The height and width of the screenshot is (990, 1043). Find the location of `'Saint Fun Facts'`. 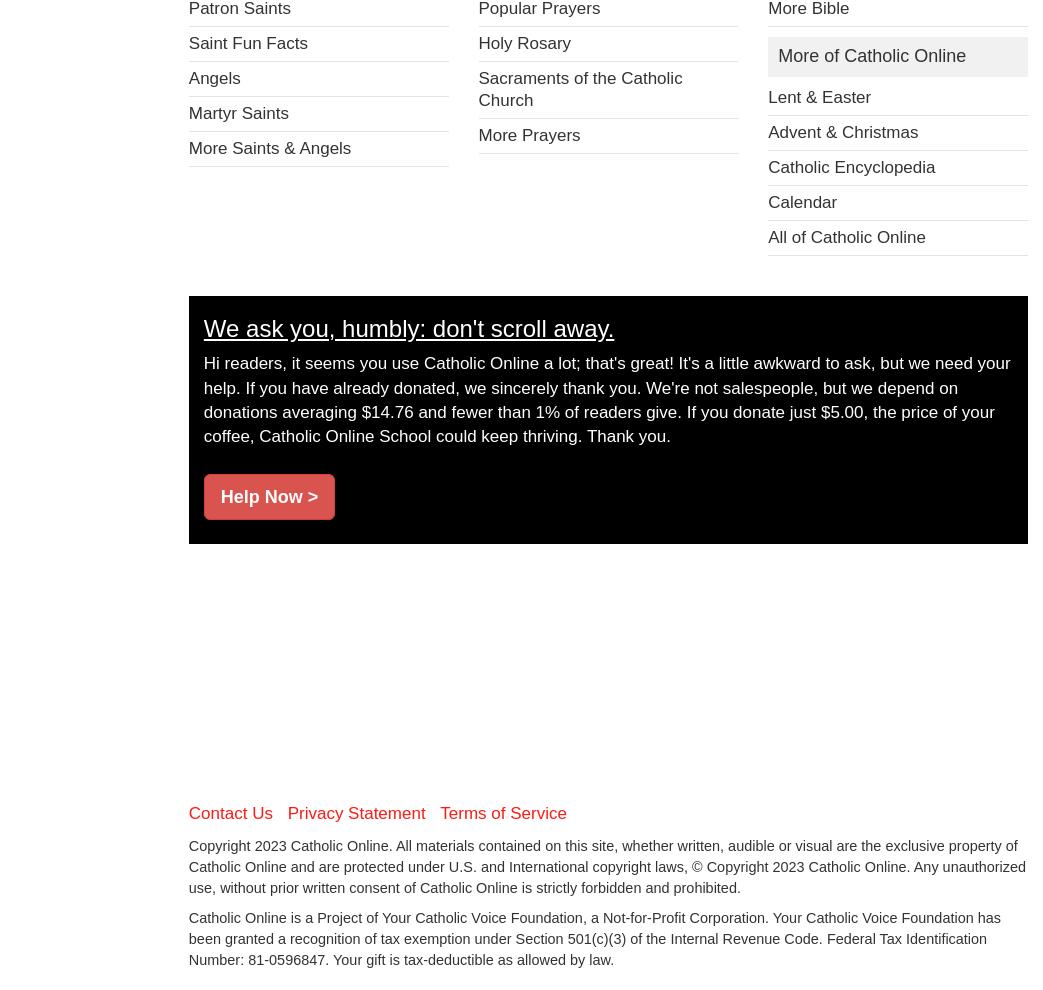

'Saint Fun Facts' is located at coordinates (186, 41).